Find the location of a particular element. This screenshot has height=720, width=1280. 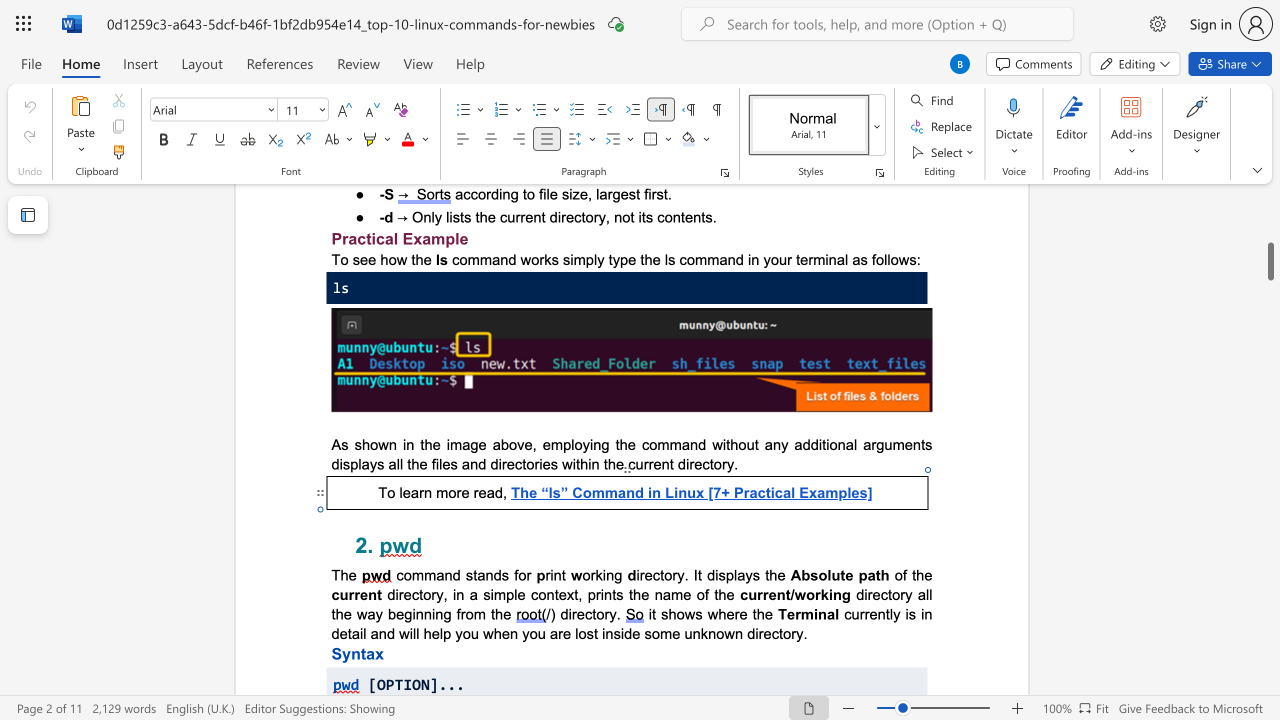

the space between the continuous character "c" and "u" in the text is located at coordinates (507, 216).